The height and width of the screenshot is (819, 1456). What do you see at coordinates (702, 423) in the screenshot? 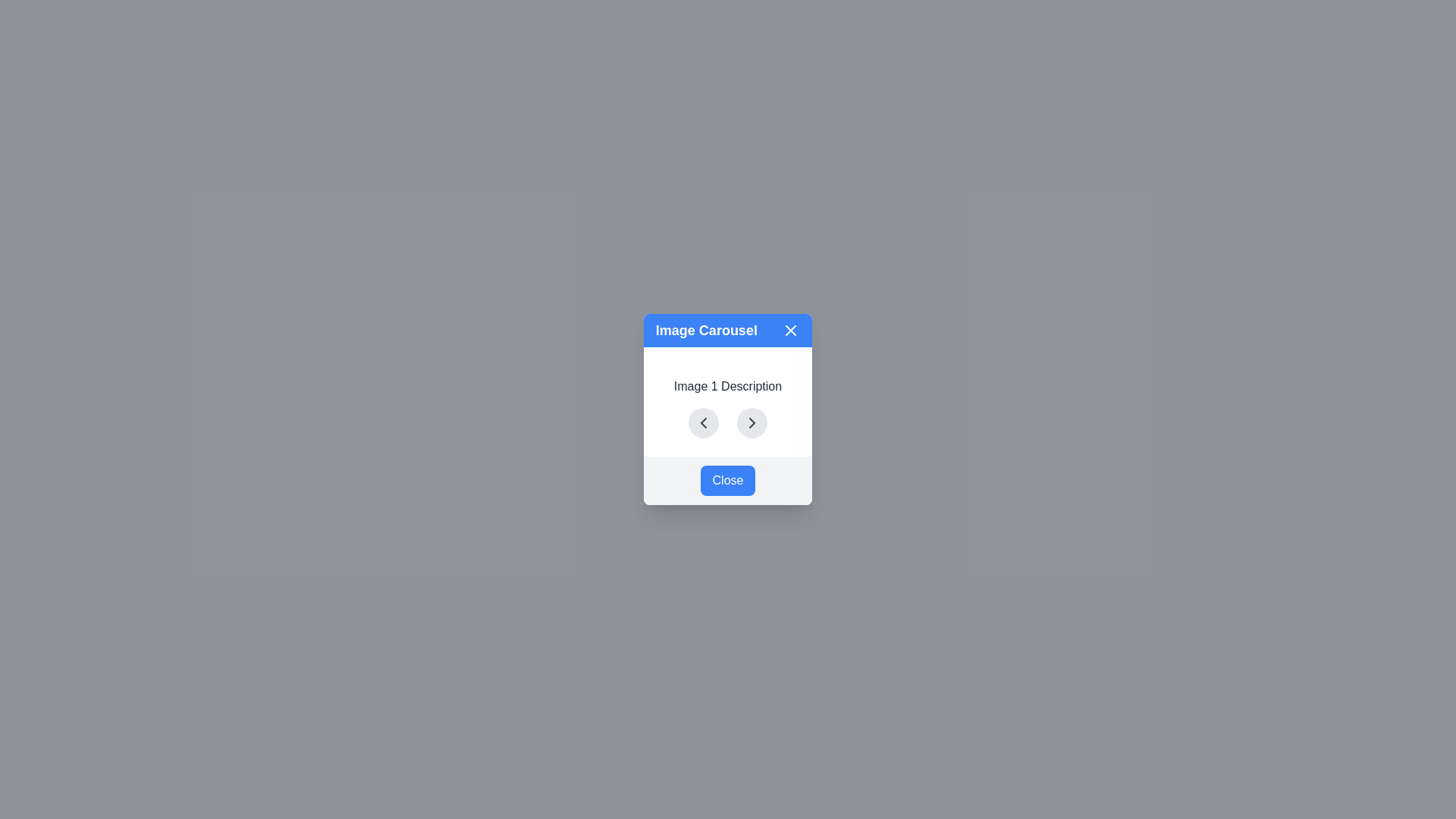
I see `the left-pointing navigation arrow icon inside the button in the 'Image Carousel' dialog` at bounding box center [702, 423].